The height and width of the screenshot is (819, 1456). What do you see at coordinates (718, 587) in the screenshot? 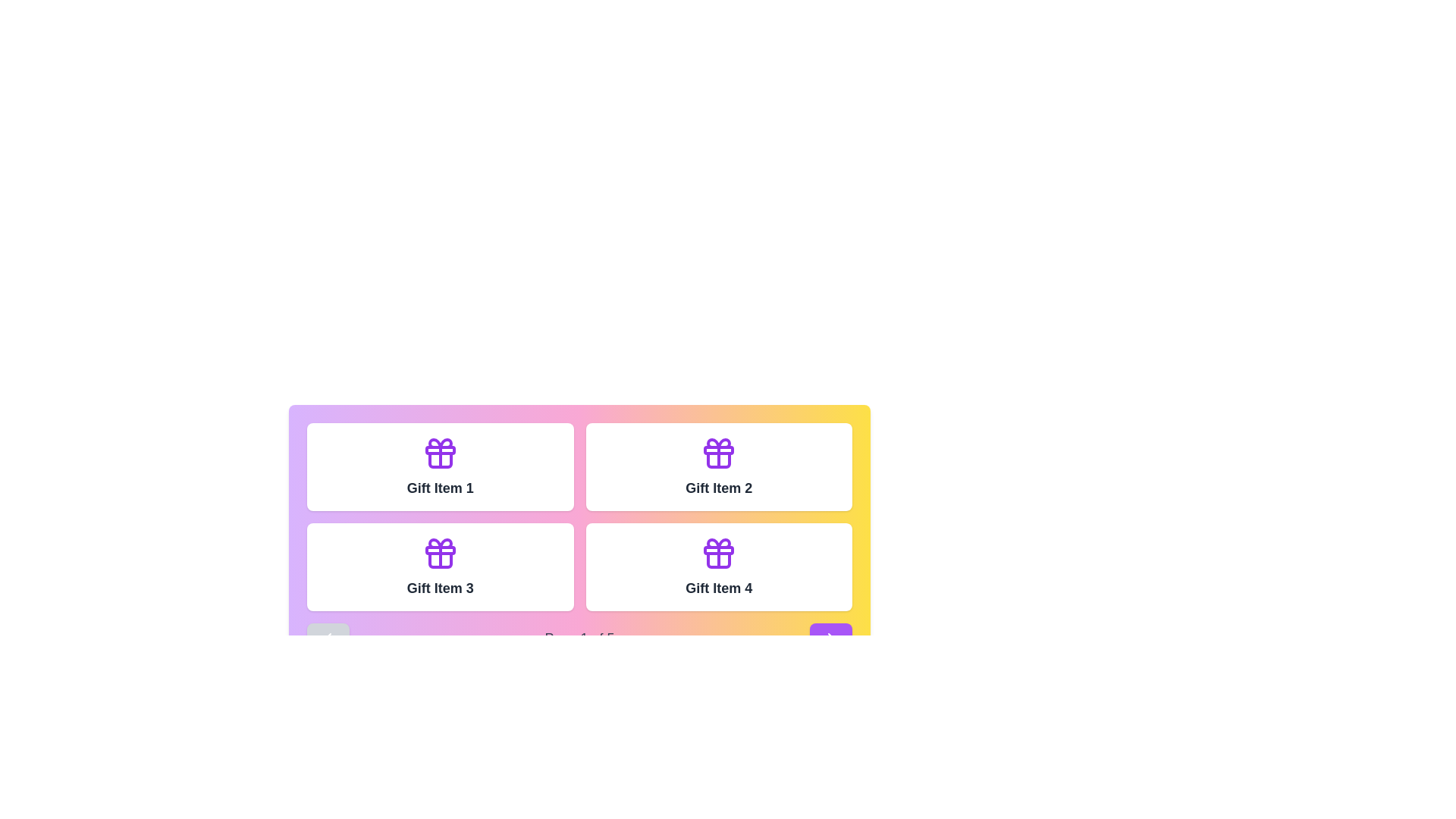
I see `the static text label that identifies the gift item in the bottom-right card of the grid layout` at bounding box center [718, 587].